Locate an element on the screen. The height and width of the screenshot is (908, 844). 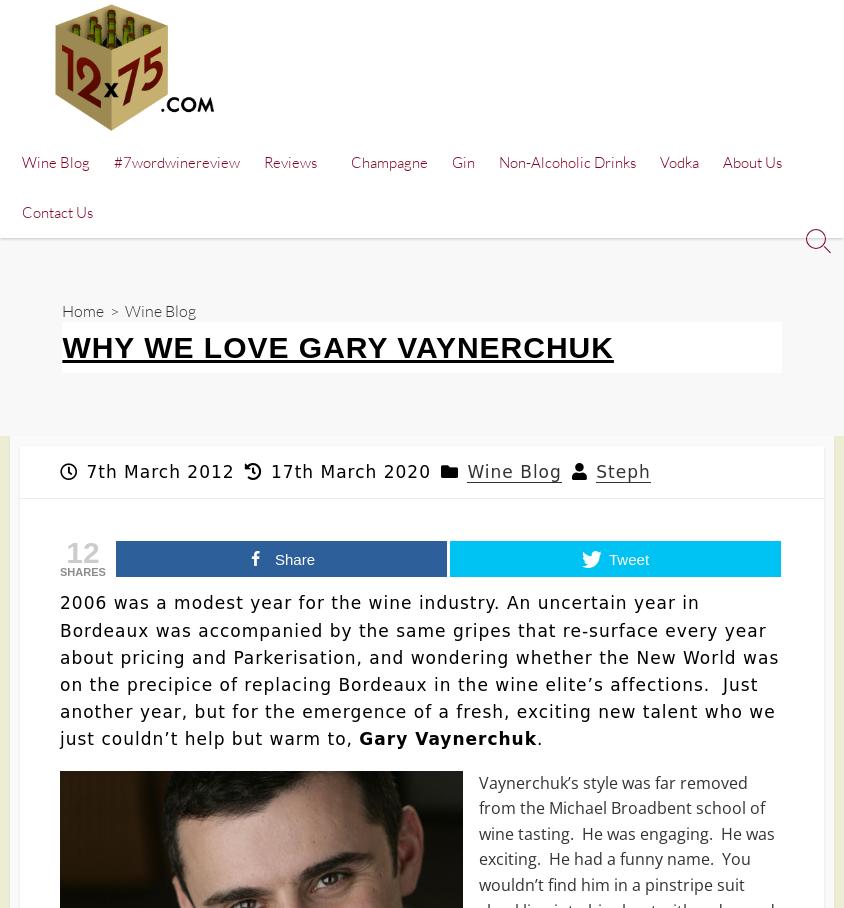
'Best Red Wine Glasses of 2020 | Ultimate Buyer’s Guide & Reviews' is located at coordinates (346, 570).